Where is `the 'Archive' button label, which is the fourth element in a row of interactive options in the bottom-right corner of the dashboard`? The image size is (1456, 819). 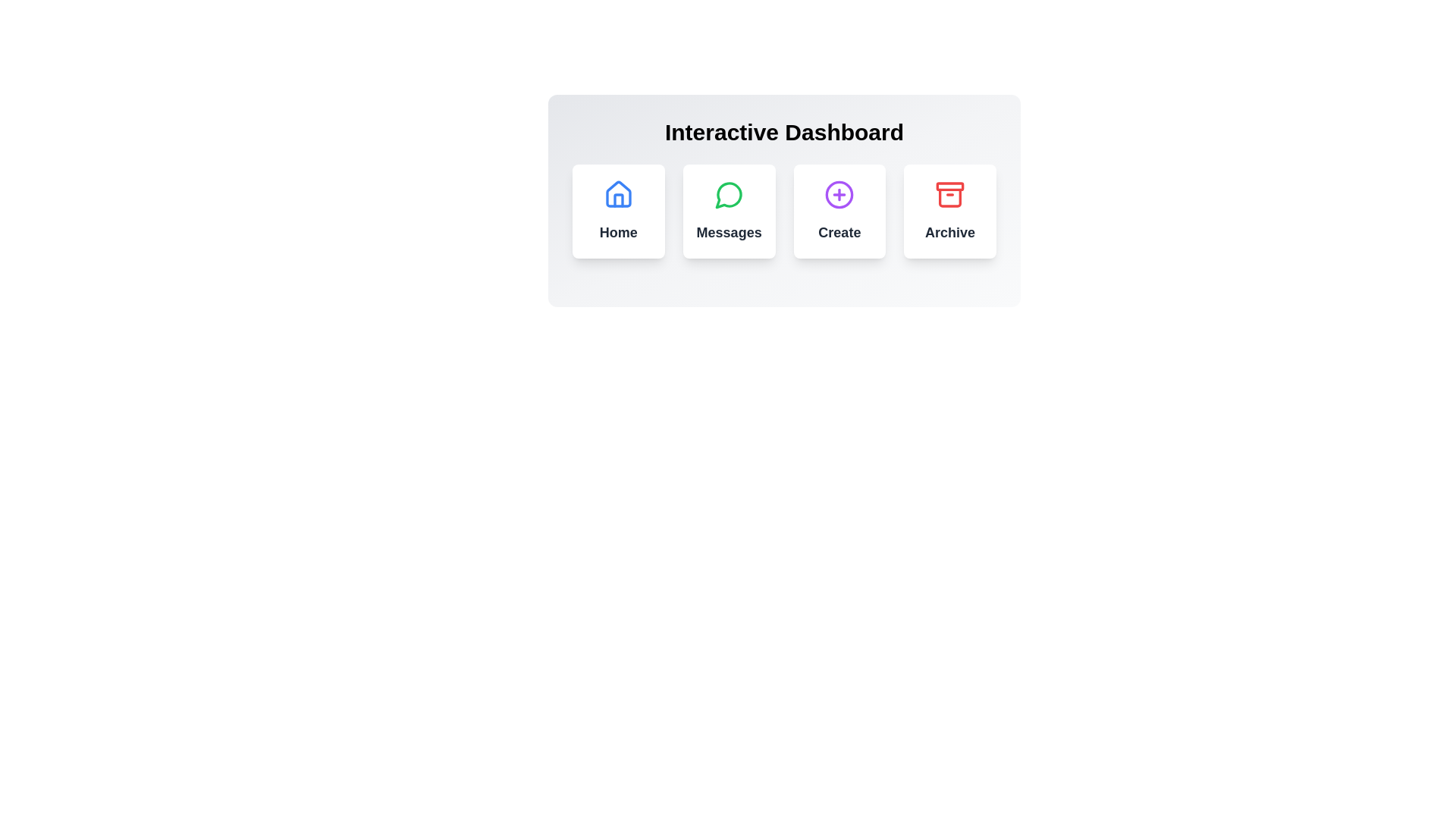 the 'Archive' button label, which is the fourth element in a row of interactive options in the bottom-right corner of the dashboard is located at coordinates (949, 233).